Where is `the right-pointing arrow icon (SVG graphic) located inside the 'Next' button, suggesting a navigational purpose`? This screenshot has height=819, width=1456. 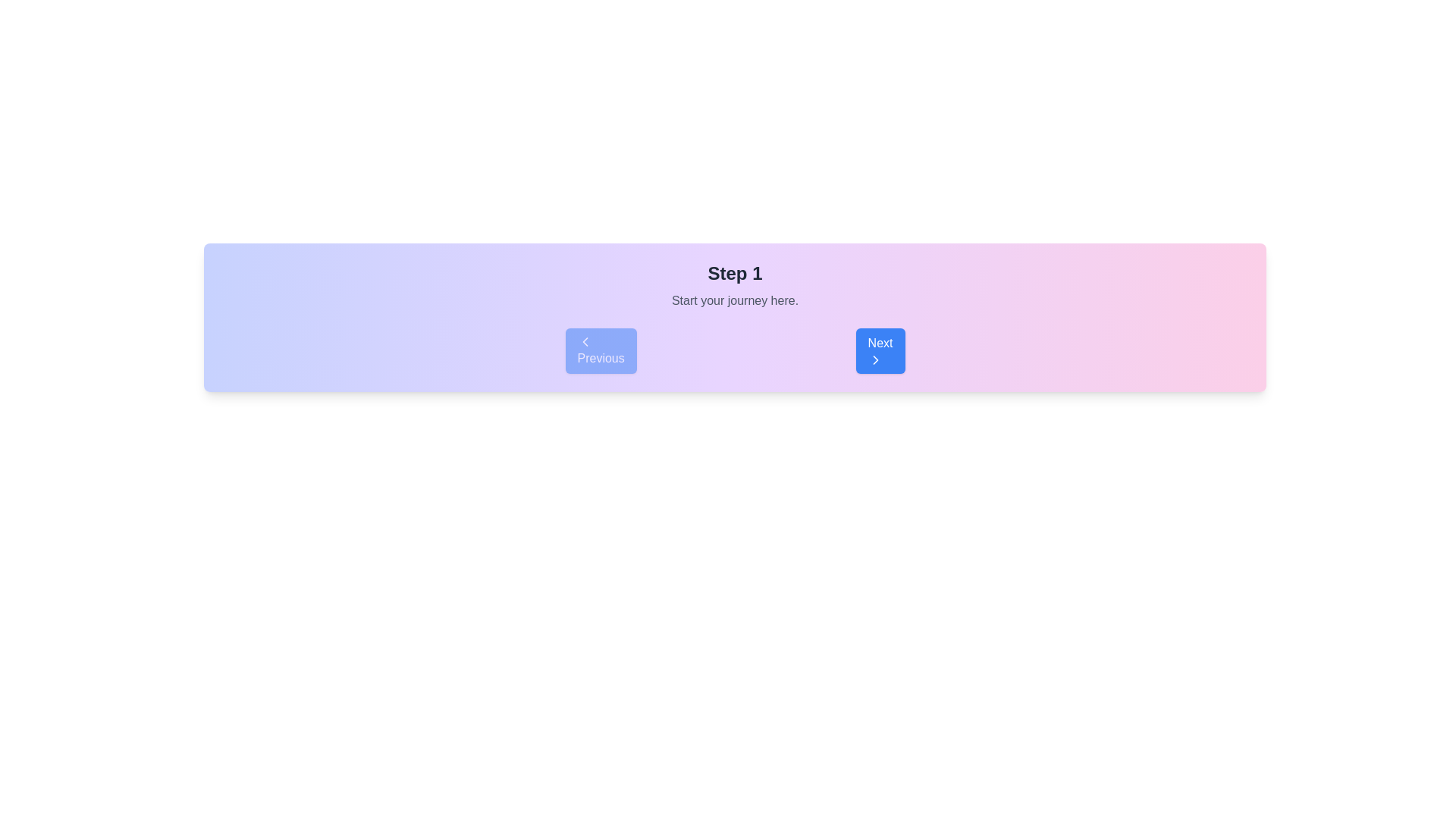 the right-pointing arrow icon (SVG graphic) located inside the 'Next' button, suggesting a navigational purpose is located at coordinates (875, 359).